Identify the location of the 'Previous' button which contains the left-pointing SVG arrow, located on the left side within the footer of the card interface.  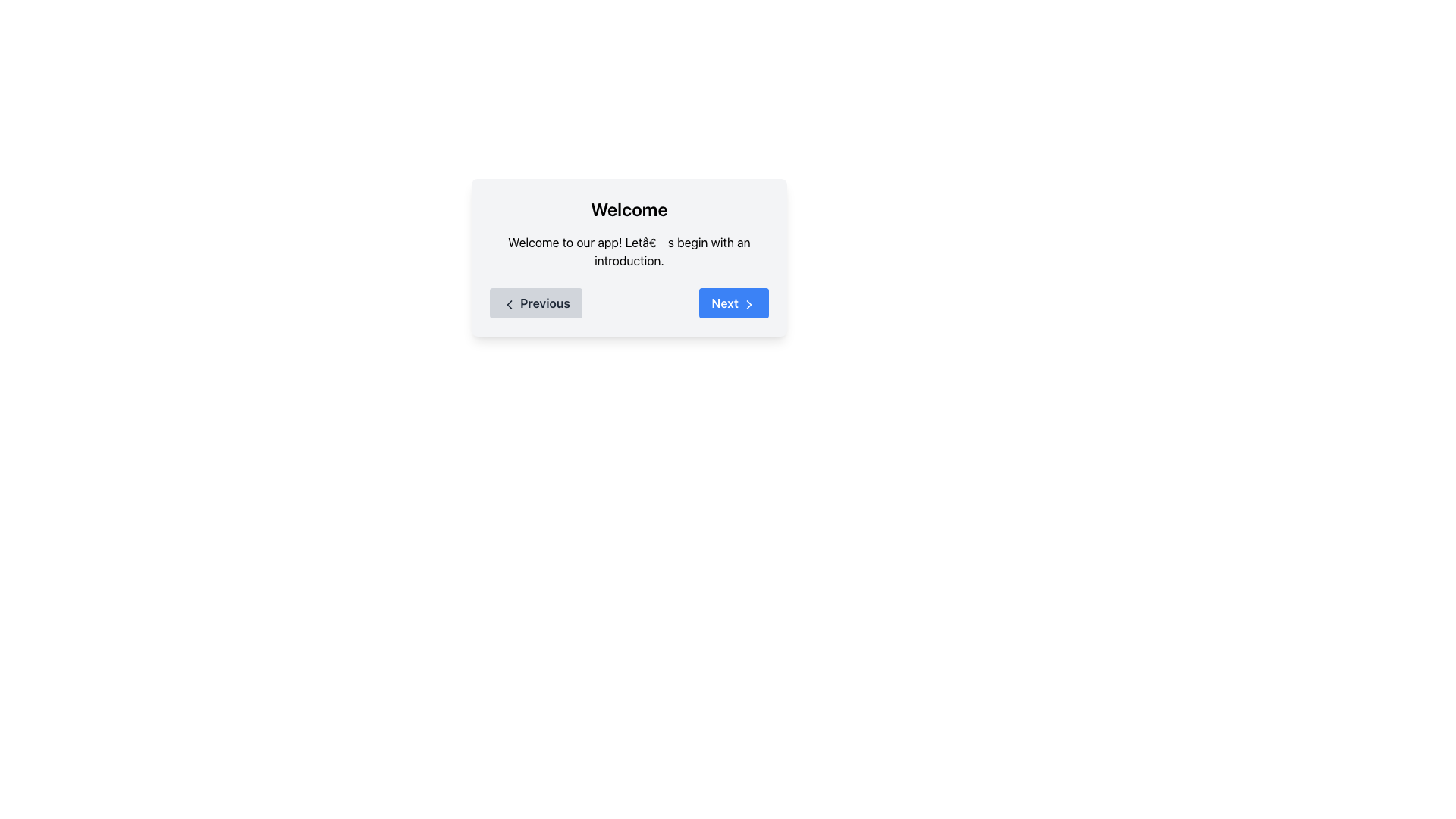
(510, 304).